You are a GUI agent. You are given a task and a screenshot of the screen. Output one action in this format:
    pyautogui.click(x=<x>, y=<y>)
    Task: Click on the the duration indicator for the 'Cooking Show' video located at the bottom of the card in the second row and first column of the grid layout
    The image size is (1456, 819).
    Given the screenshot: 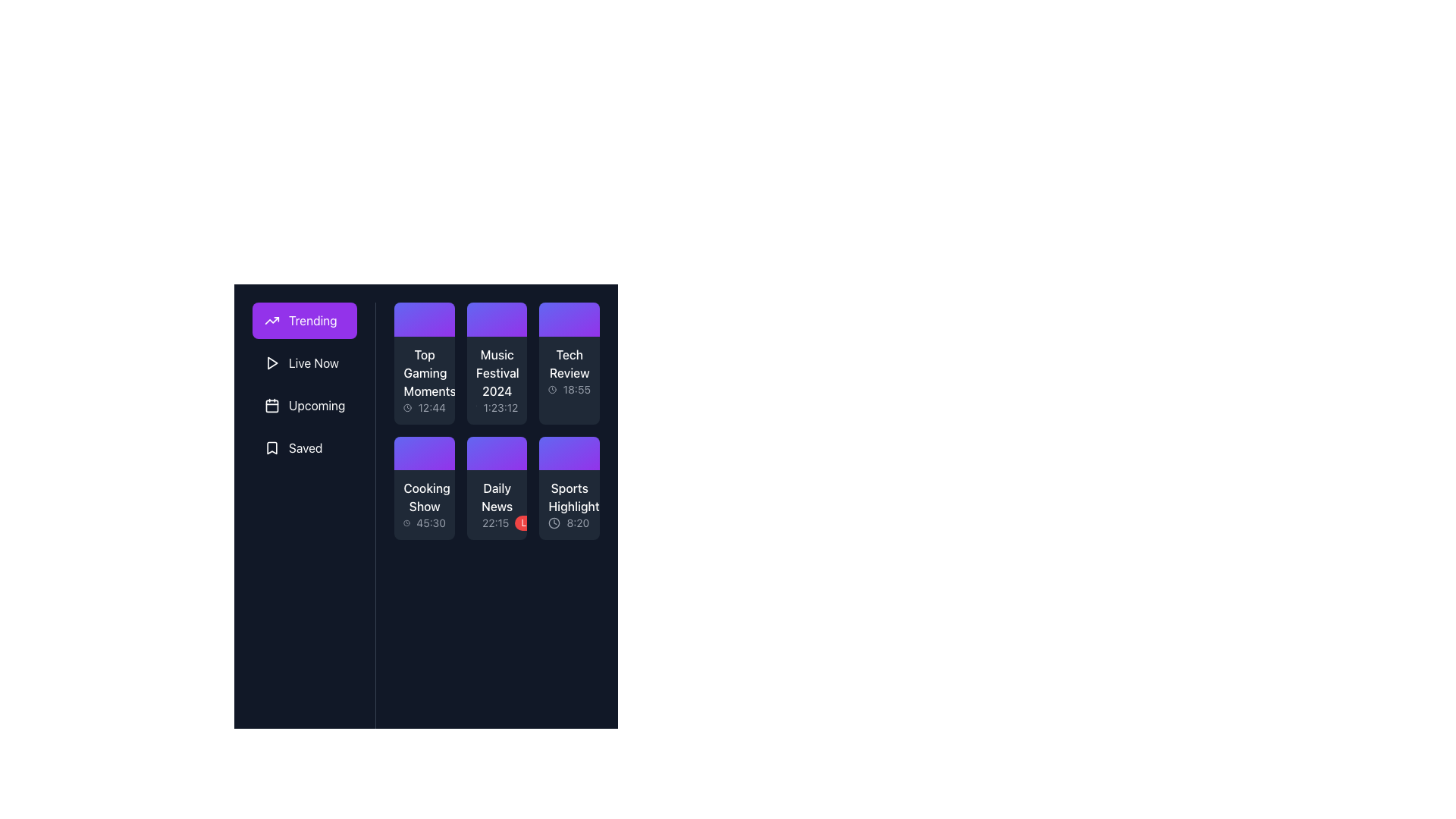 What is the action you would take?
    pyautogui.click(x=425, y=522)
    